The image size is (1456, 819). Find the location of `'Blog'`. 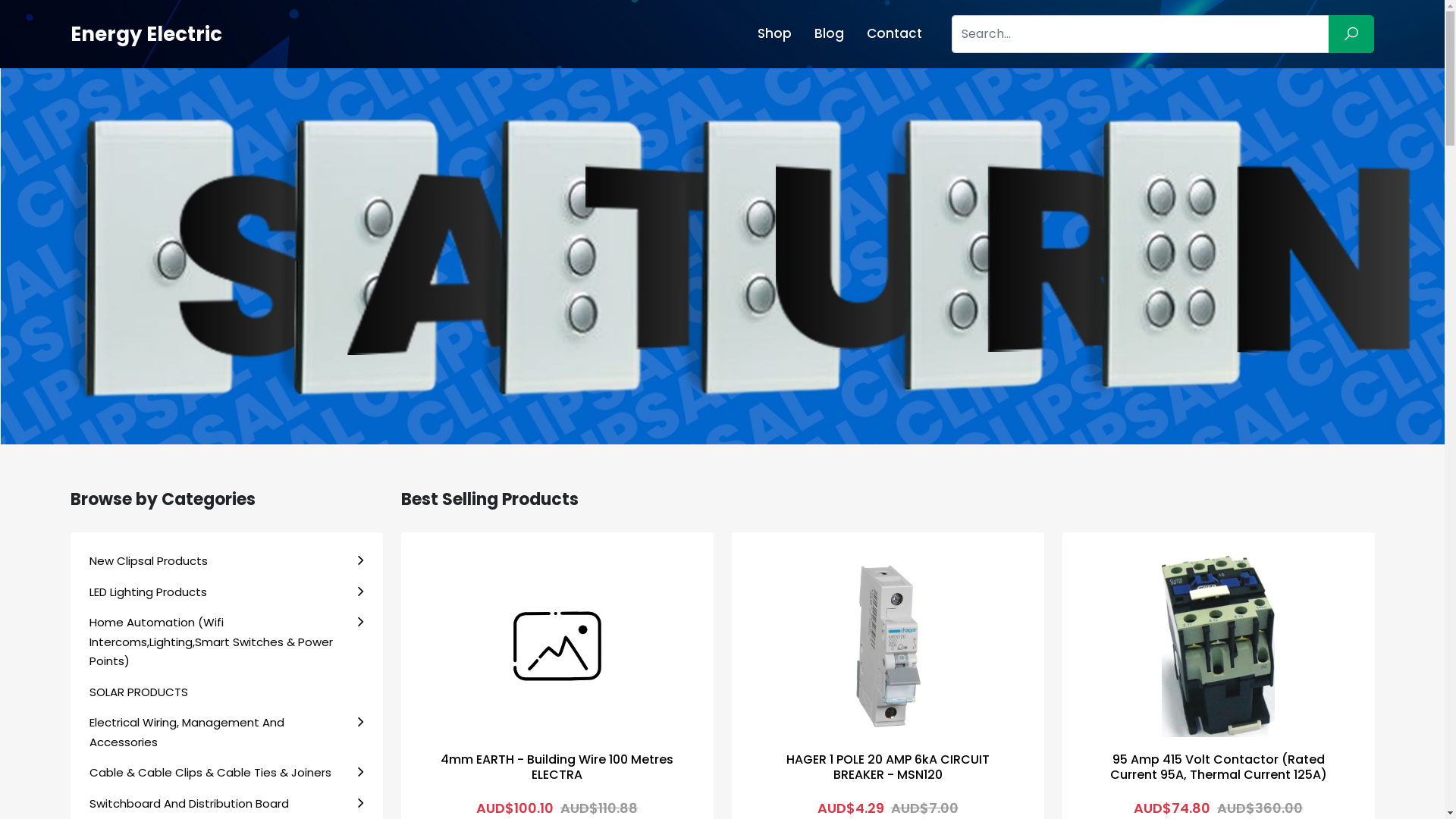

'Blog' is located at coordinates (802, 33).